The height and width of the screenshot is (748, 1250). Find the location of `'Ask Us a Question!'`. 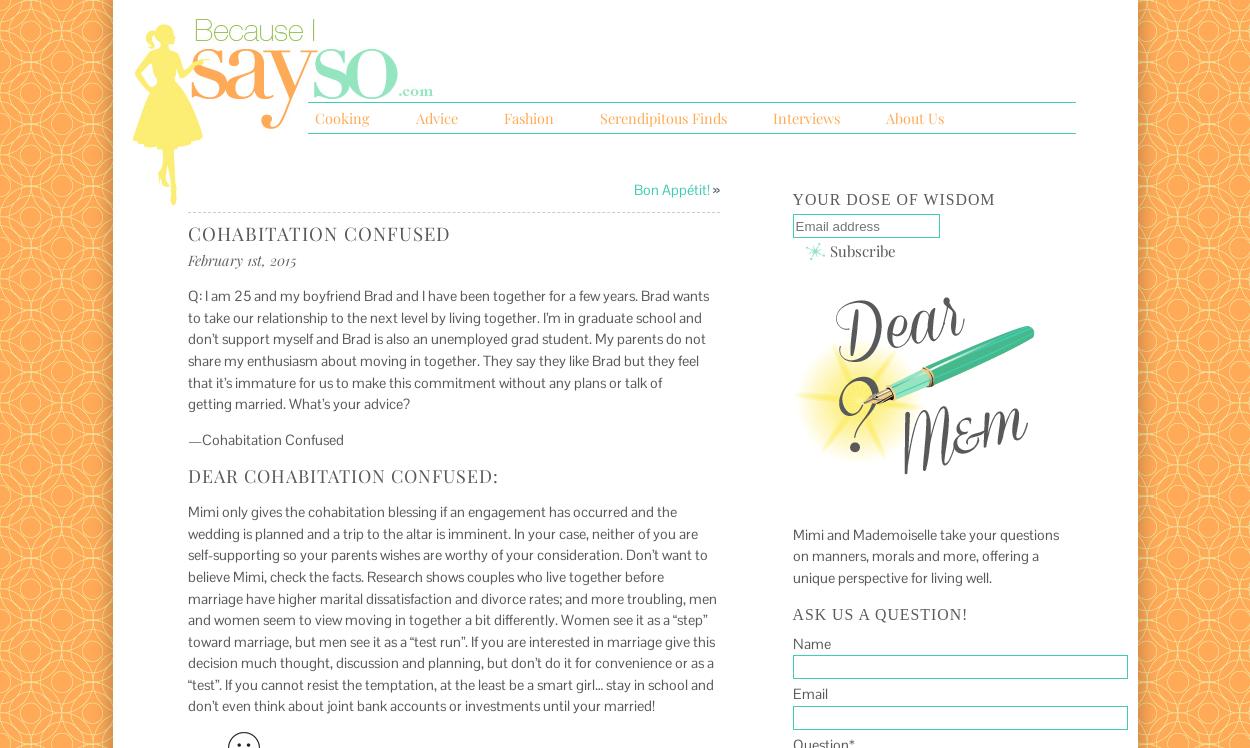

'Ask Us a Question!' is located at coordinates (880, 612).